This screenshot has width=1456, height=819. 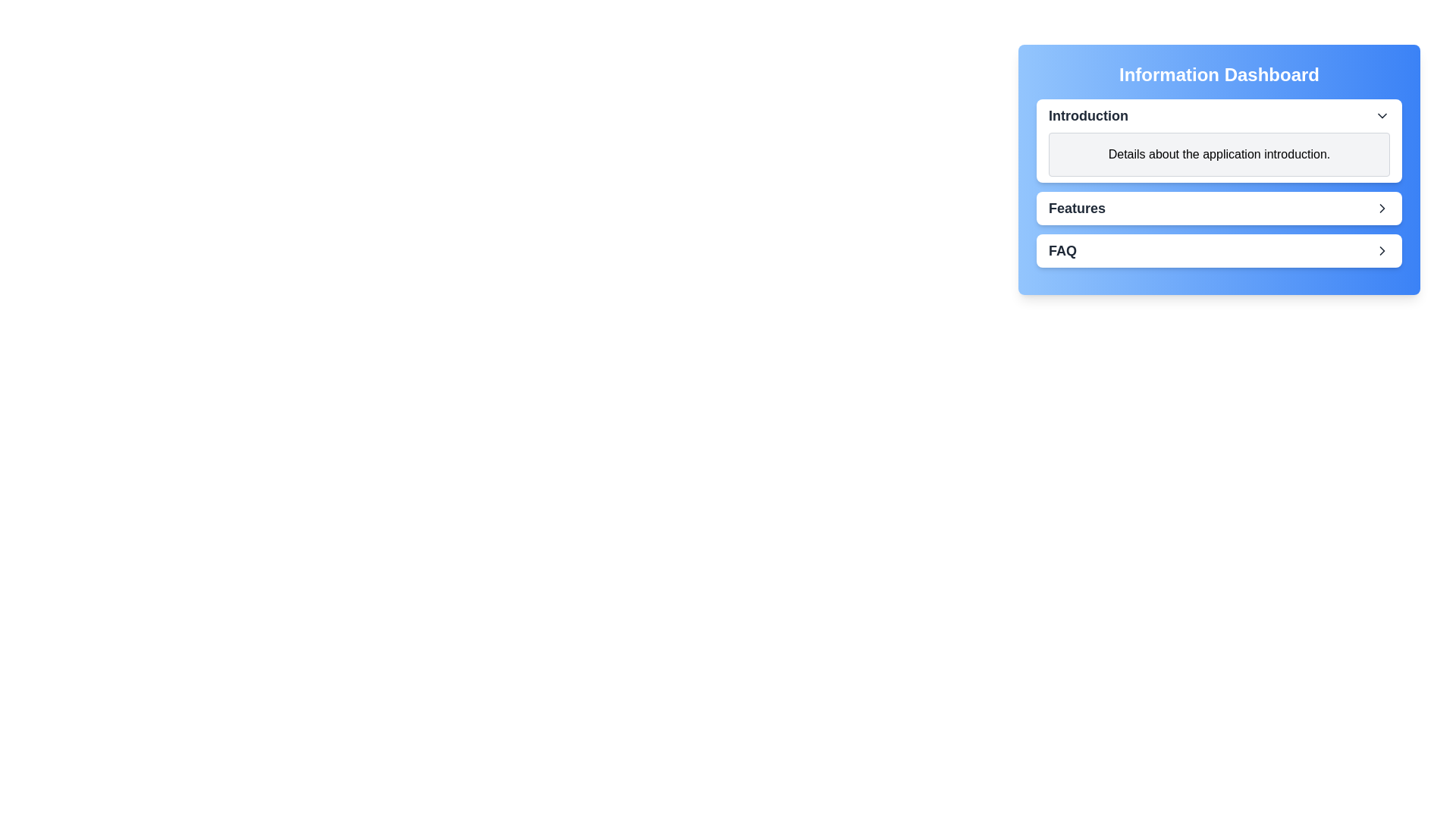 What do you see at coordinates (1062, 250) in the screenshot?
I see `the text label containing the word 'FAQ' in bold, black font, which is positioned within the blue card of the Information Dashboard` at bounding box center [1062, 250].